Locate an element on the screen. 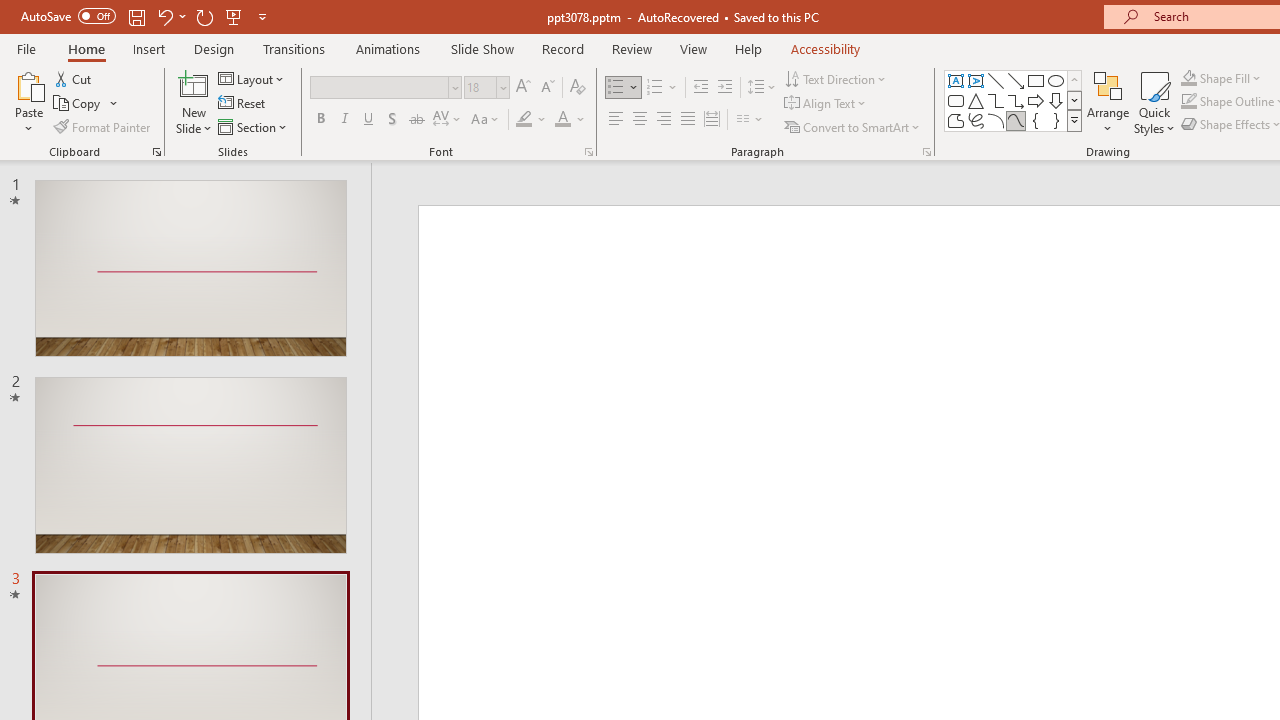 The image size is (1280, 720). 'New Slide' is located at coordinates (193, 103).